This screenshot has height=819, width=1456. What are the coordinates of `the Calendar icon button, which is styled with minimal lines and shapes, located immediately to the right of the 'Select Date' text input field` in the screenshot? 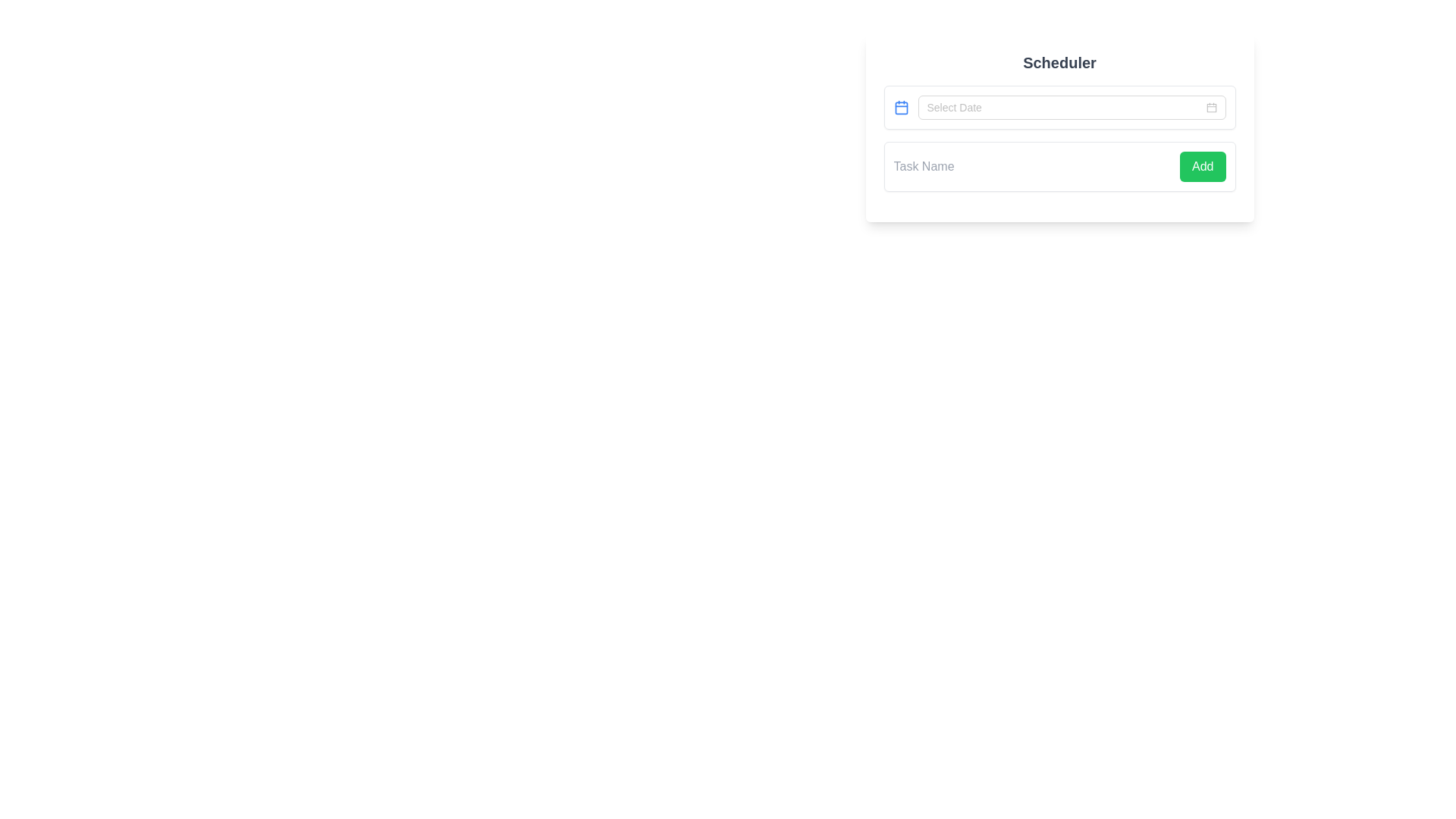 It's located at (1210, 107).